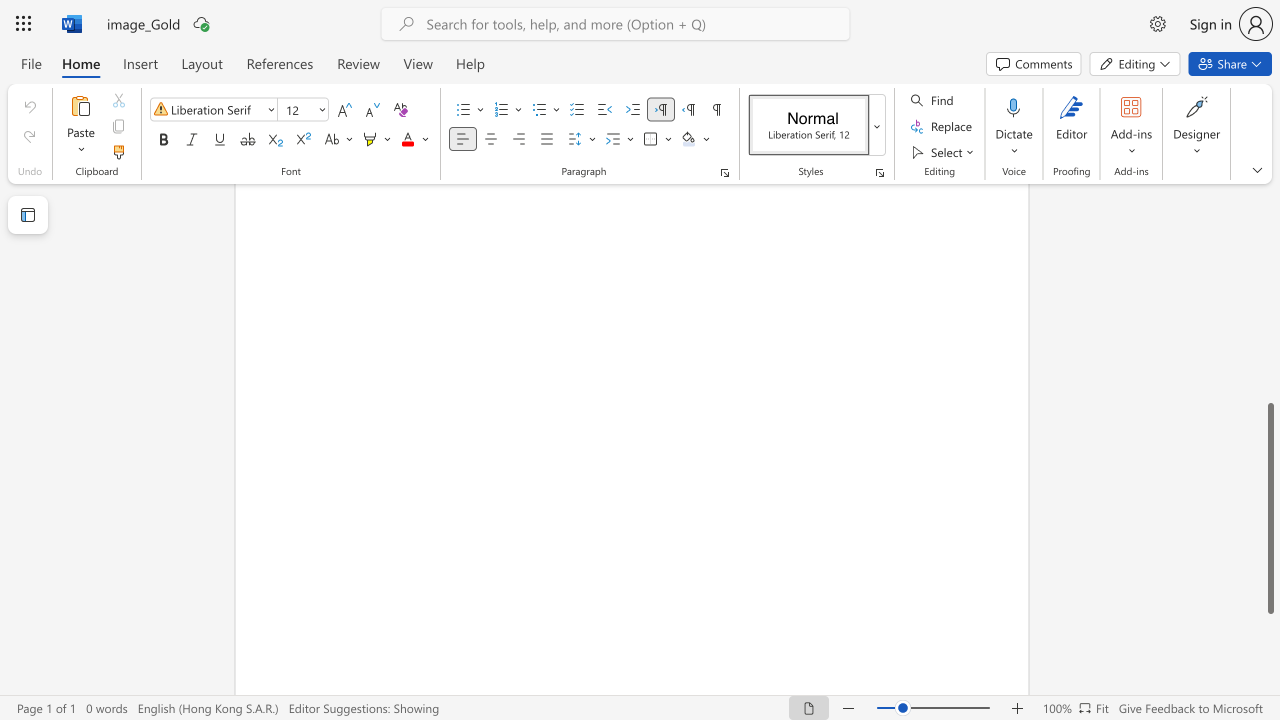 This screenshot has height=720, width=1280. What do you see at coordinates (1269, 507) in the screenshot?
I see `the scrollbar and move up 210 pixels` at bounding box center [1269, 507].